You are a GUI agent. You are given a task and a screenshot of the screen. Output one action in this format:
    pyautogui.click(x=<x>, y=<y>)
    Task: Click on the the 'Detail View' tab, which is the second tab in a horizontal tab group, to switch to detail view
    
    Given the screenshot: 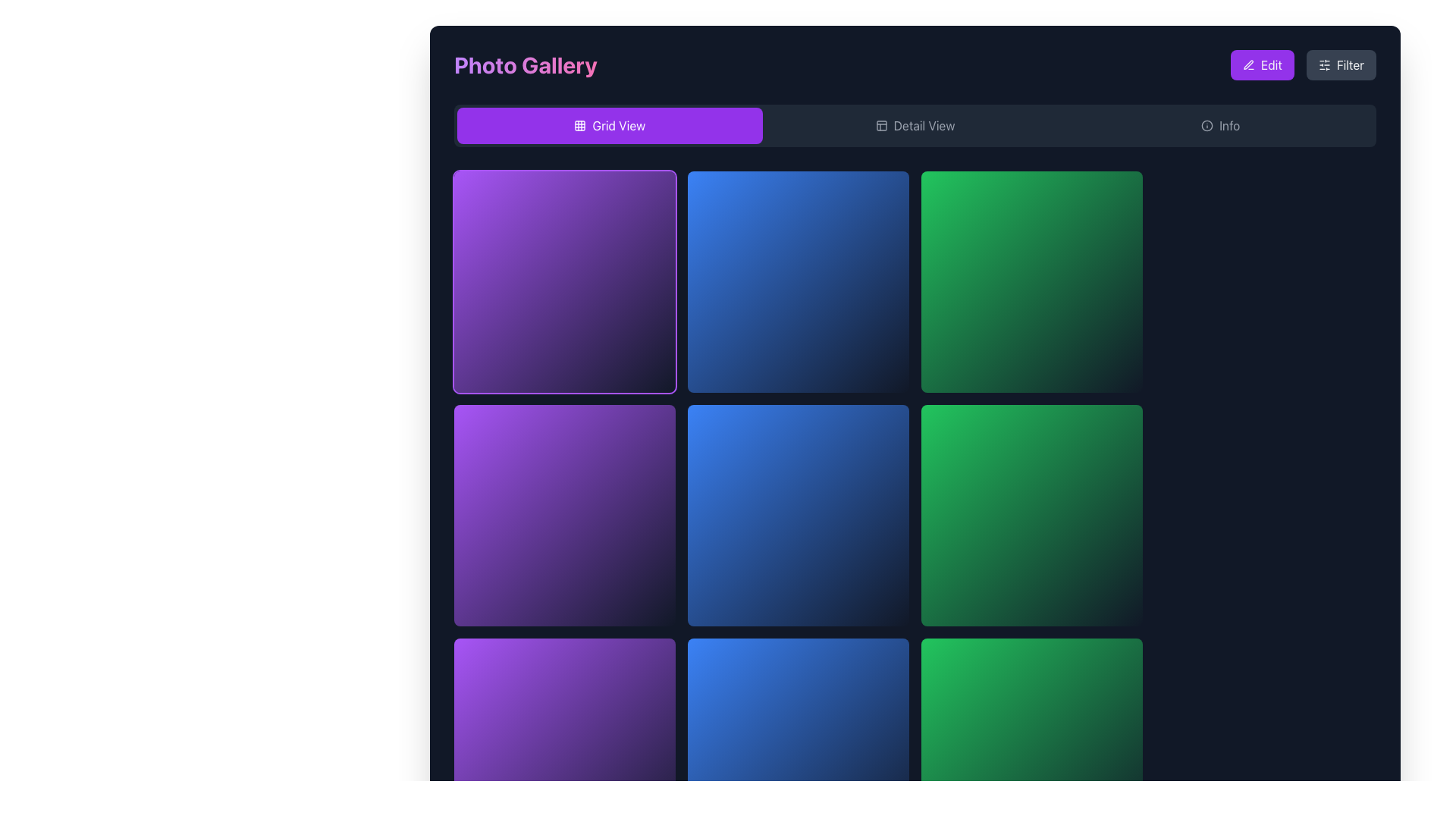 What is the action you would take?
    pyautogui.click(x=924, y=124)
    